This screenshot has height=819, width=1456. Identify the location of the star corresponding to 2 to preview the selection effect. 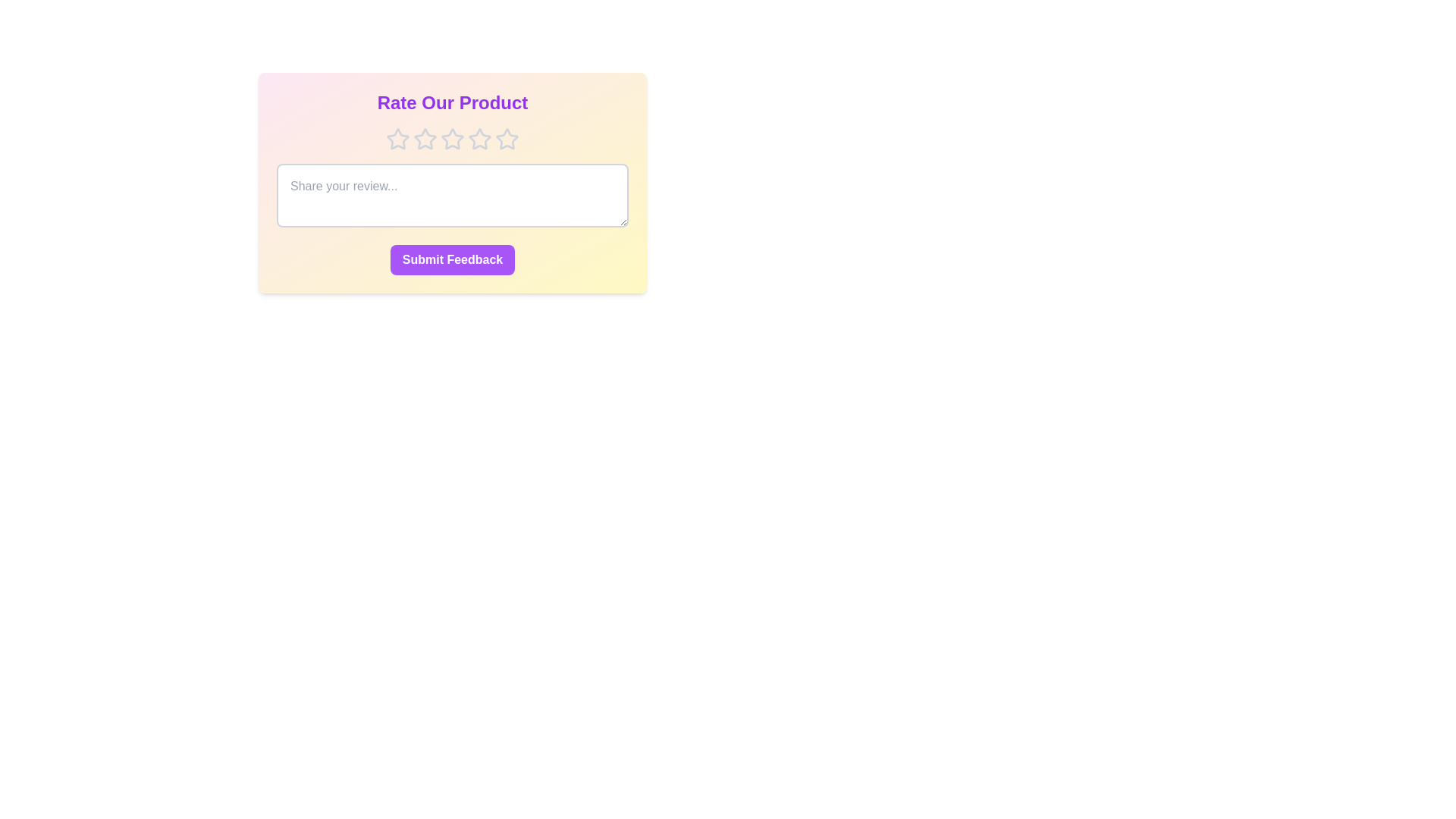
(425, 140).